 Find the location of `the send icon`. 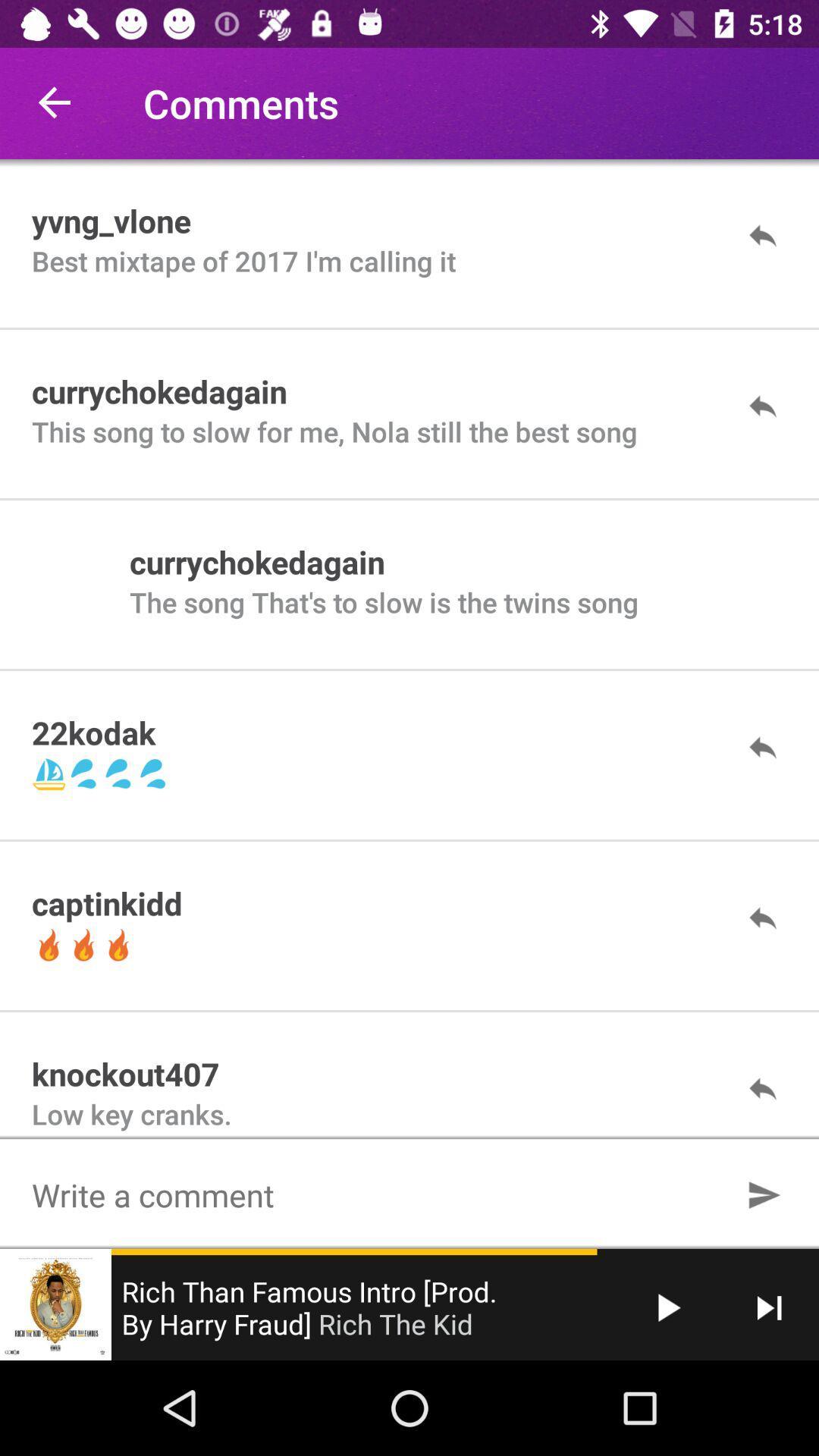

the send icon is located at coordinates (764, 1194).